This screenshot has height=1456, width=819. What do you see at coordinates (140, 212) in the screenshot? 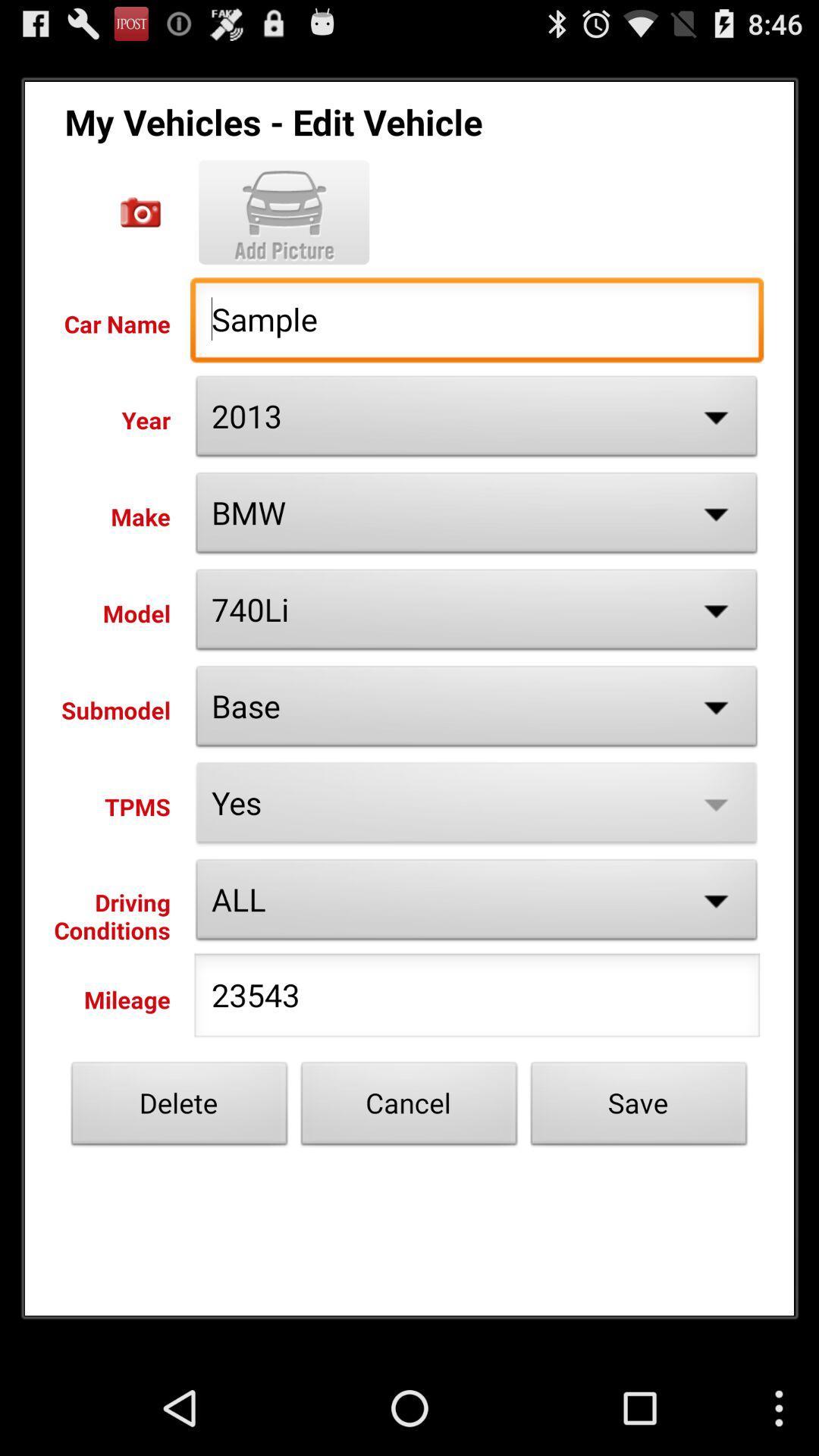
I see `photo` at bounding box center [140, 212].